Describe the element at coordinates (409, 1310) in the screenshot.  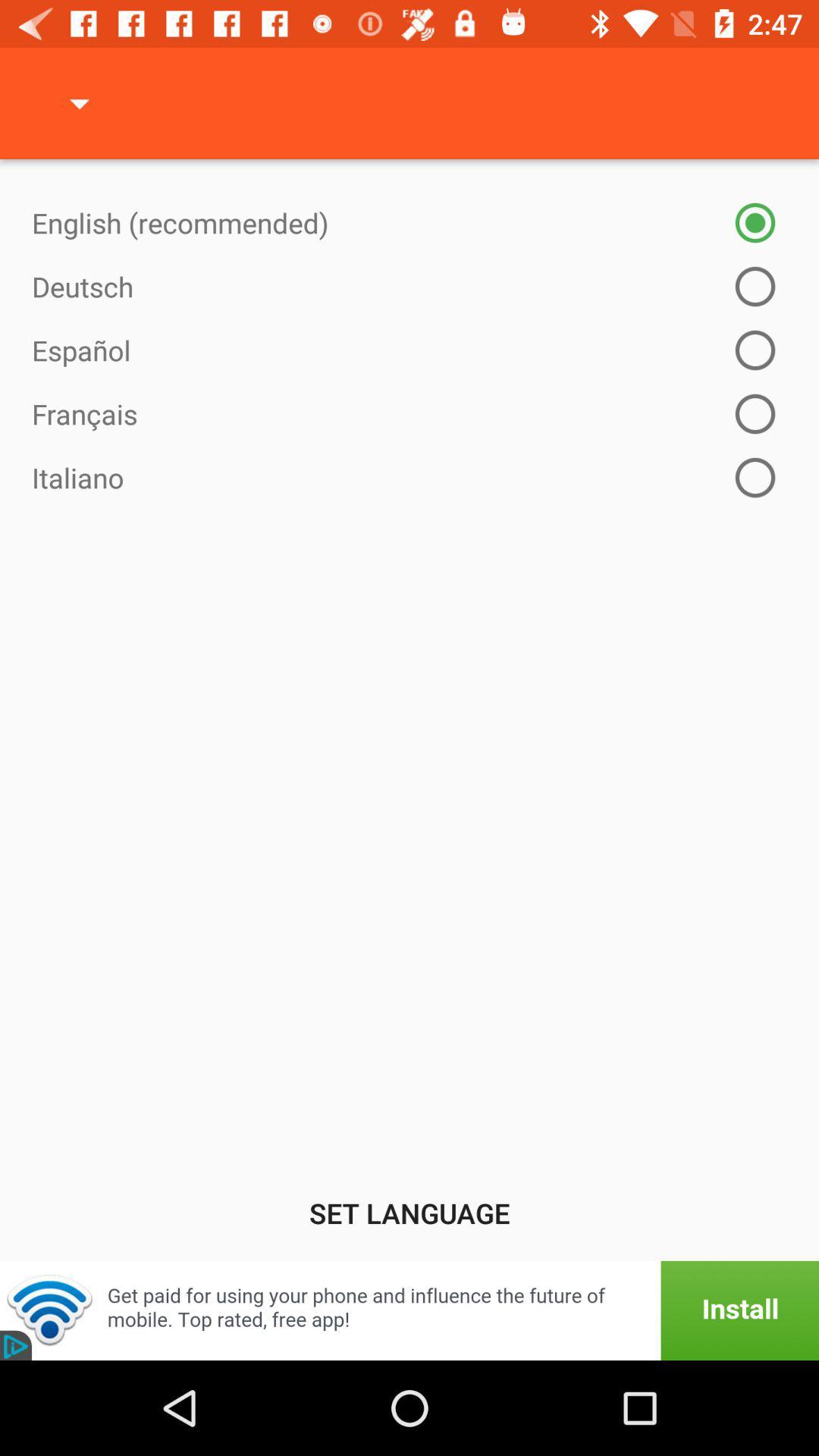
I see `item below set language icon` at that location.